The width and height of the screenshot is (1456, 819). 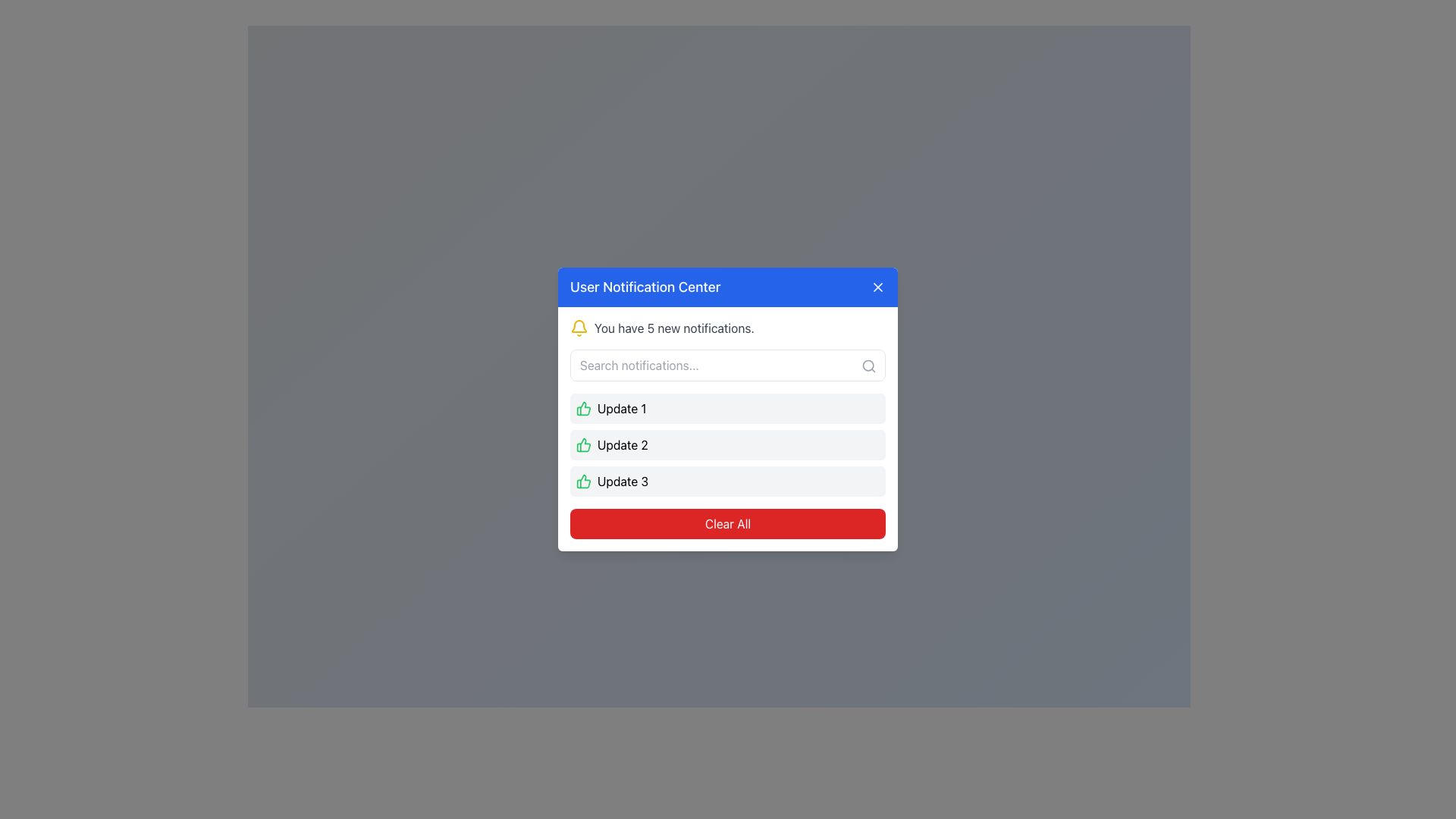 I want to click on notification information displayed as 'You have 5 new notifications.' in the notification panel, which is styled in gray and accompanied by a yellow bell icon, so click(x=728, y=327).